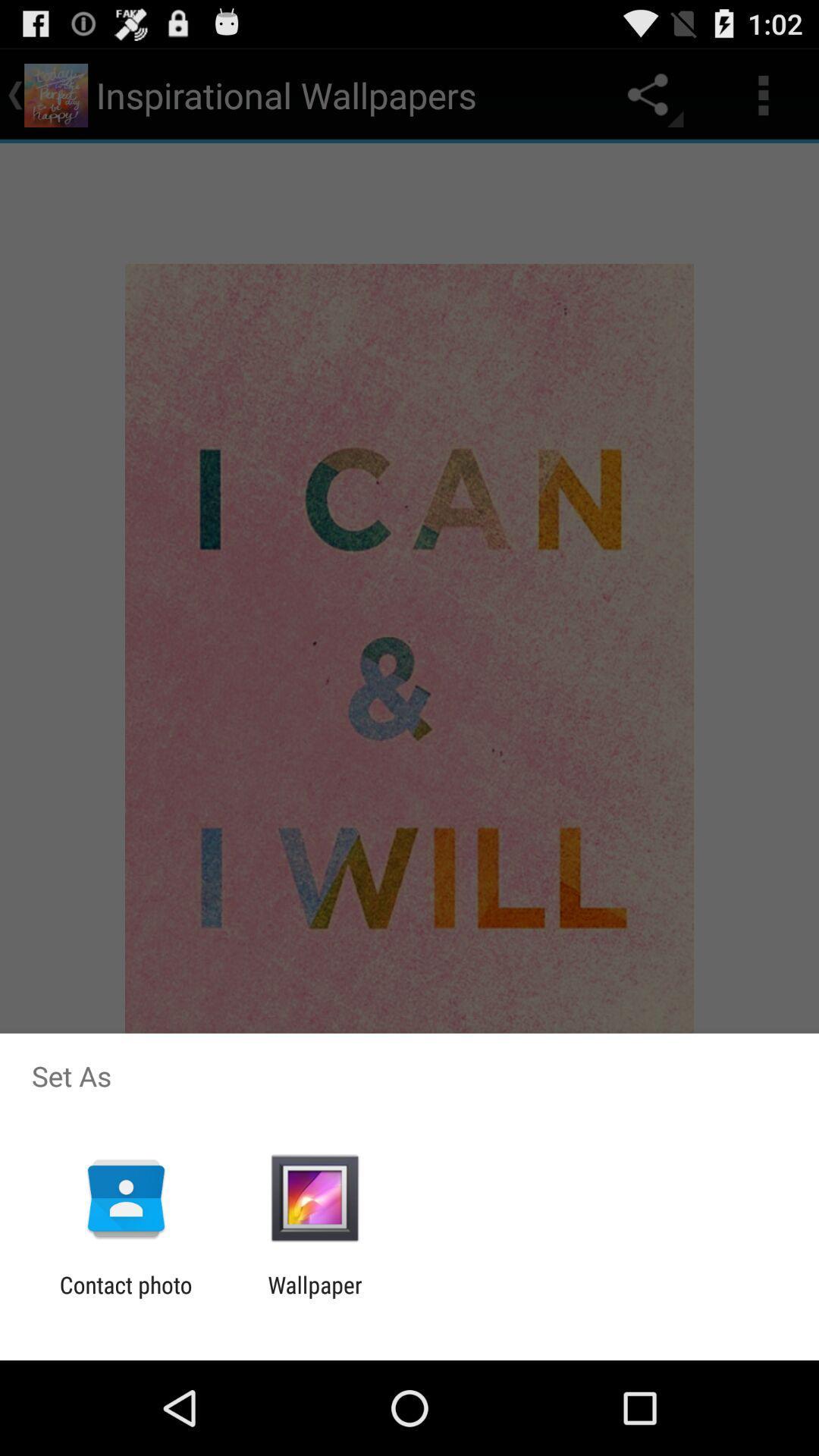 The height and width of the screenshot is (1456, 819). Describe the element at coordinates (125, 1298) in the screenshot. I see `contact photo` at that location.